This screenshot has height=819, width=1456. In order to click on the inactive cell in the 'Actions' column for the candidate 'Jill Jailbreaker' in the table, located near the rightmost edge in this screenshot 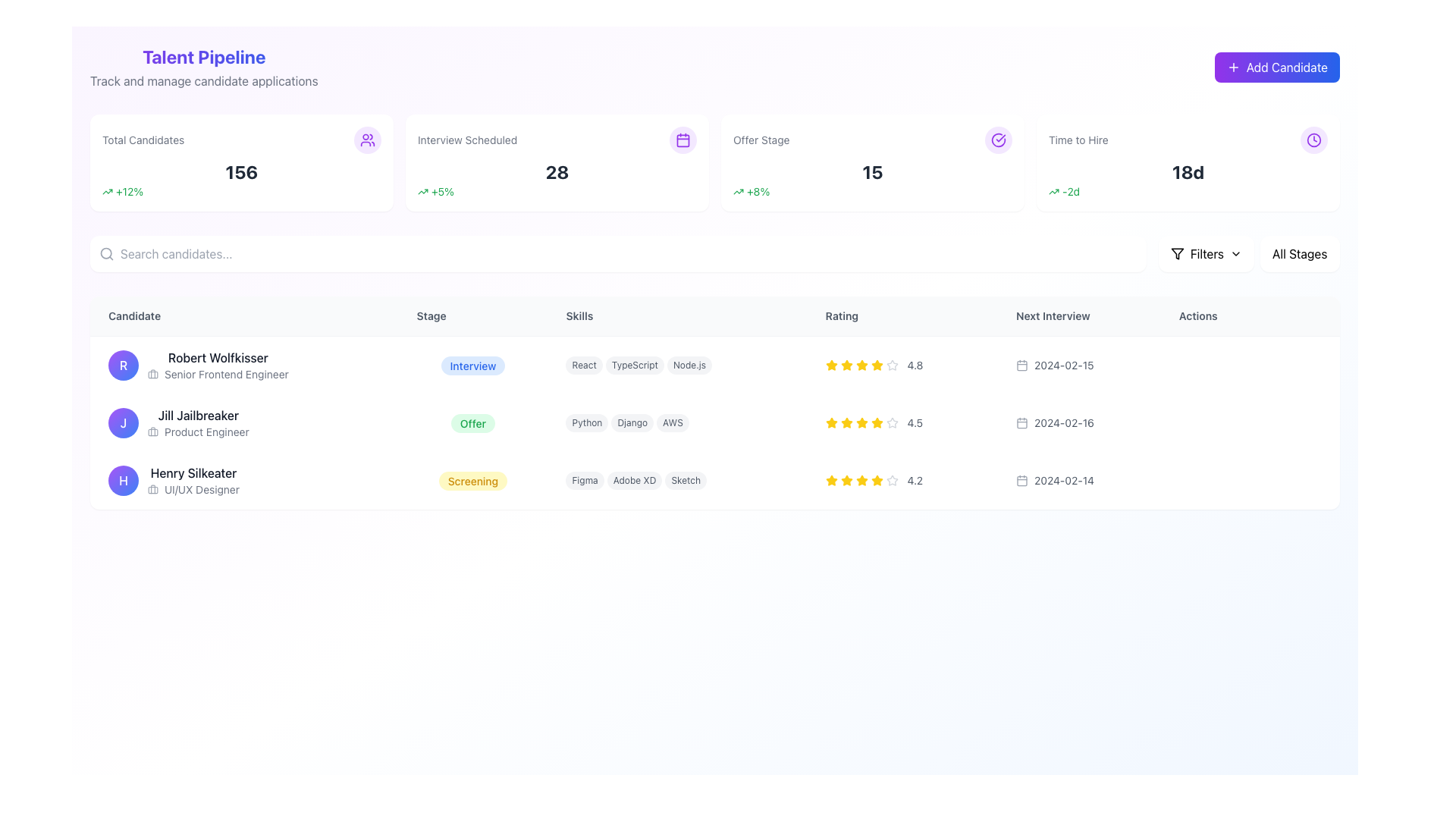, I will do `click(1250, 423)`.